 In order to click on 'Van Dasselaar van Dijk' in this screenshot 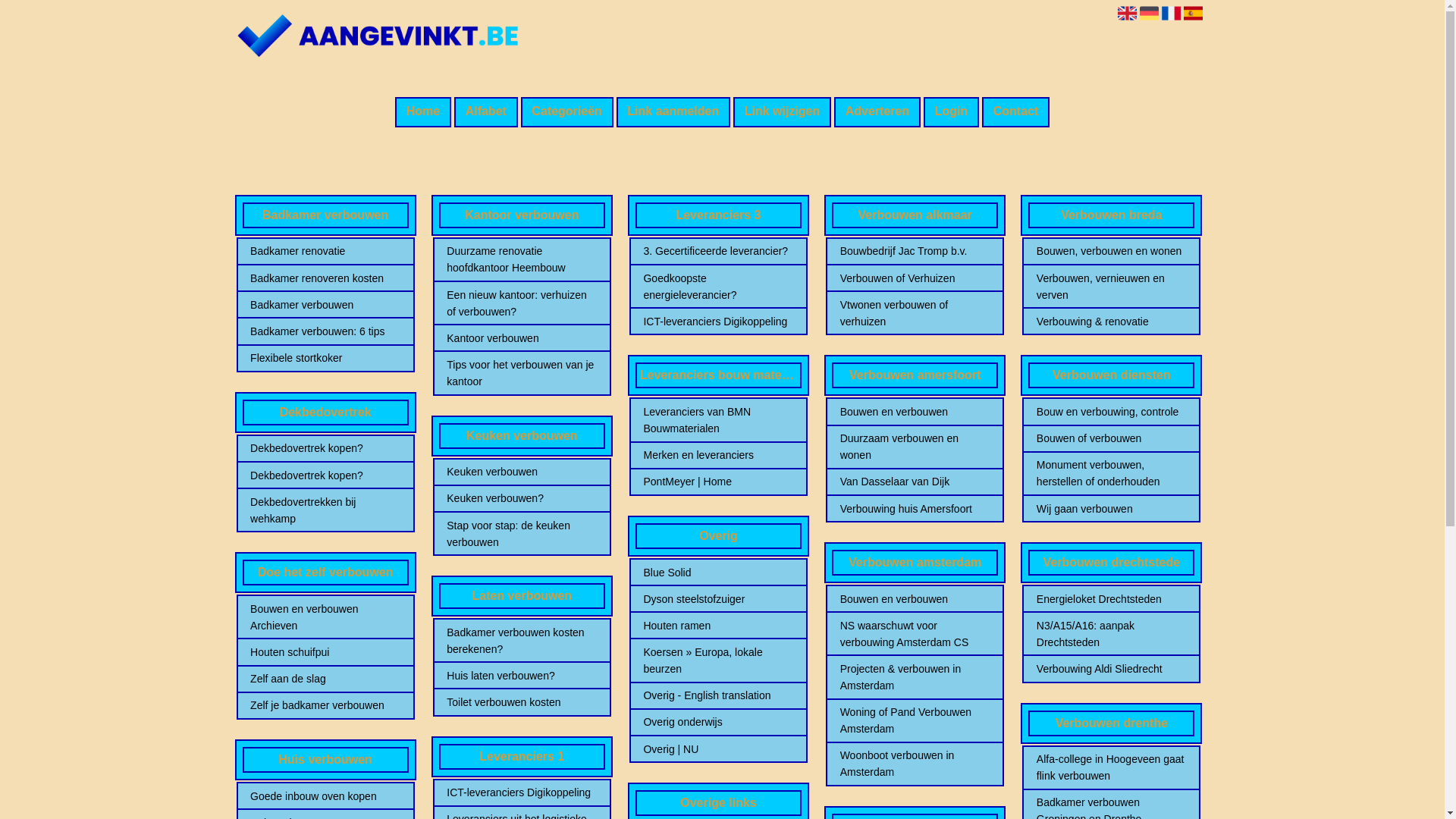, I will do `click(914, 482)`.